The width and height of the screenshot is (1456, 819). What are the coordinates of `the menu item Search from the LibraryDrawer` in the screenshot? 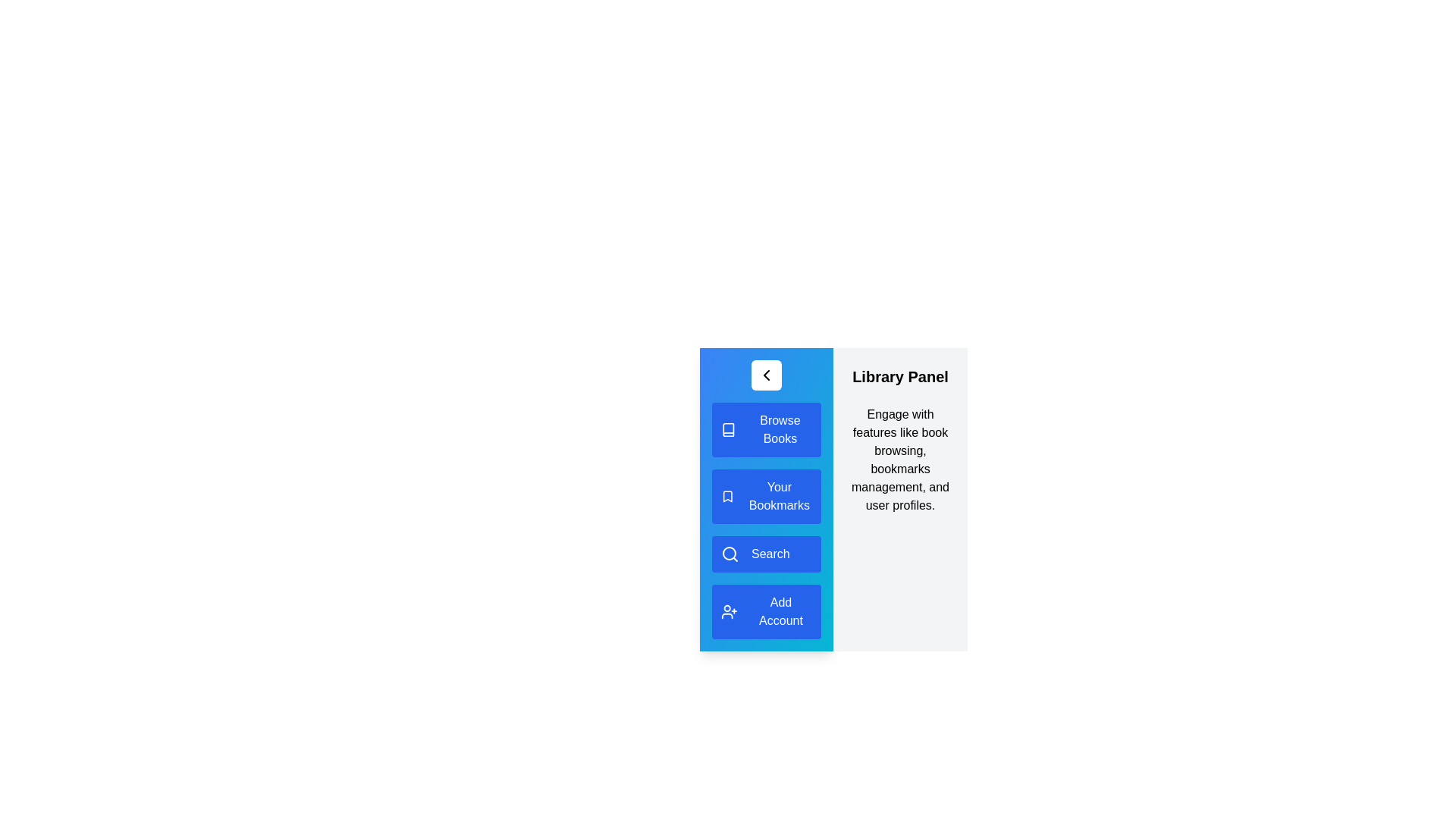 It's located at (767, 554).